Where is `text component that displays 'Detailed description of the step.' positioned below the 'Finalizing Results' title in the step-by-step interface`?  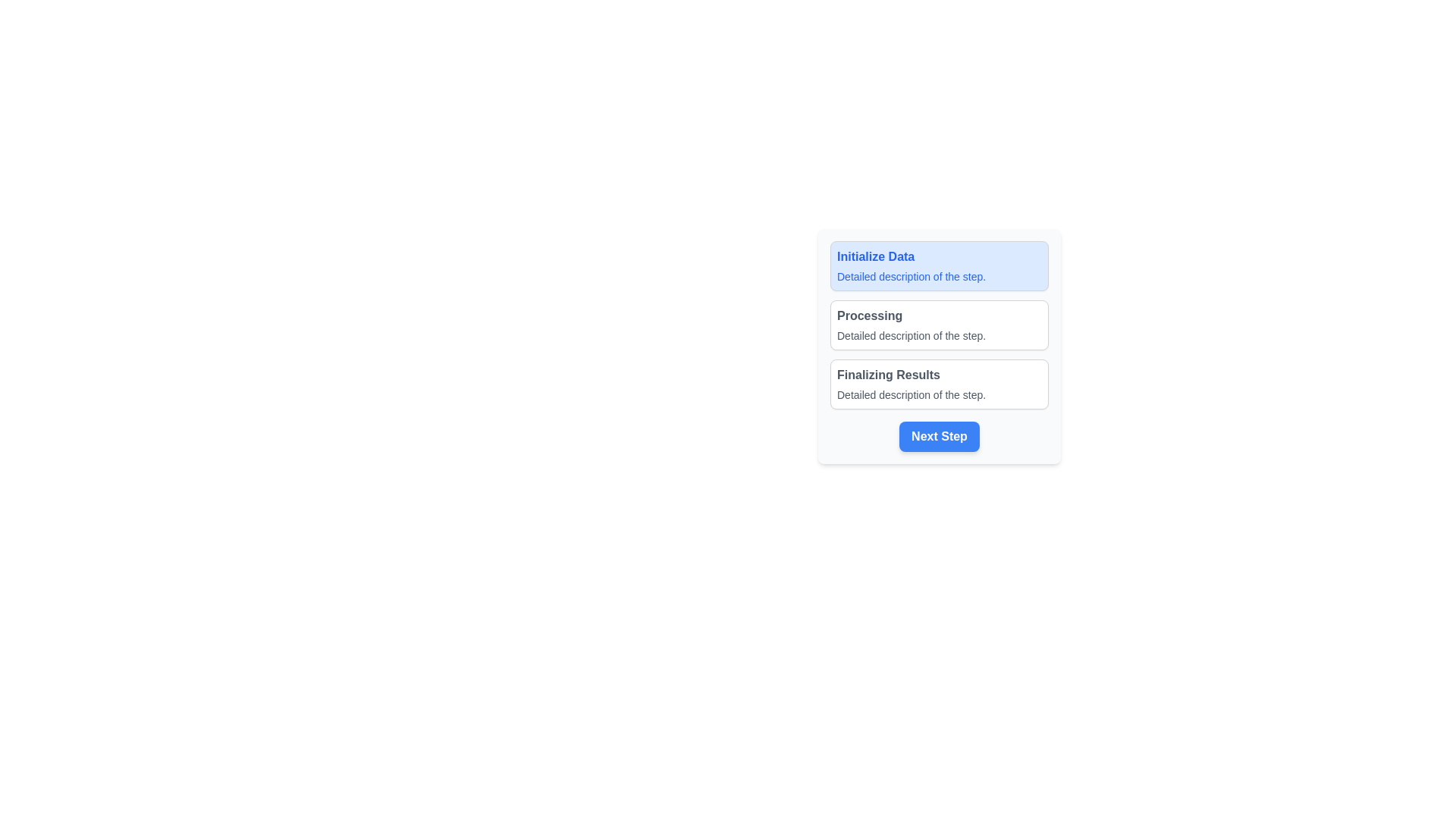
text component that displays 'Detailed description of the step.' positioned below the 'Finalizing Results' title in the step-by-step interface is located at coordinates (938, 394).